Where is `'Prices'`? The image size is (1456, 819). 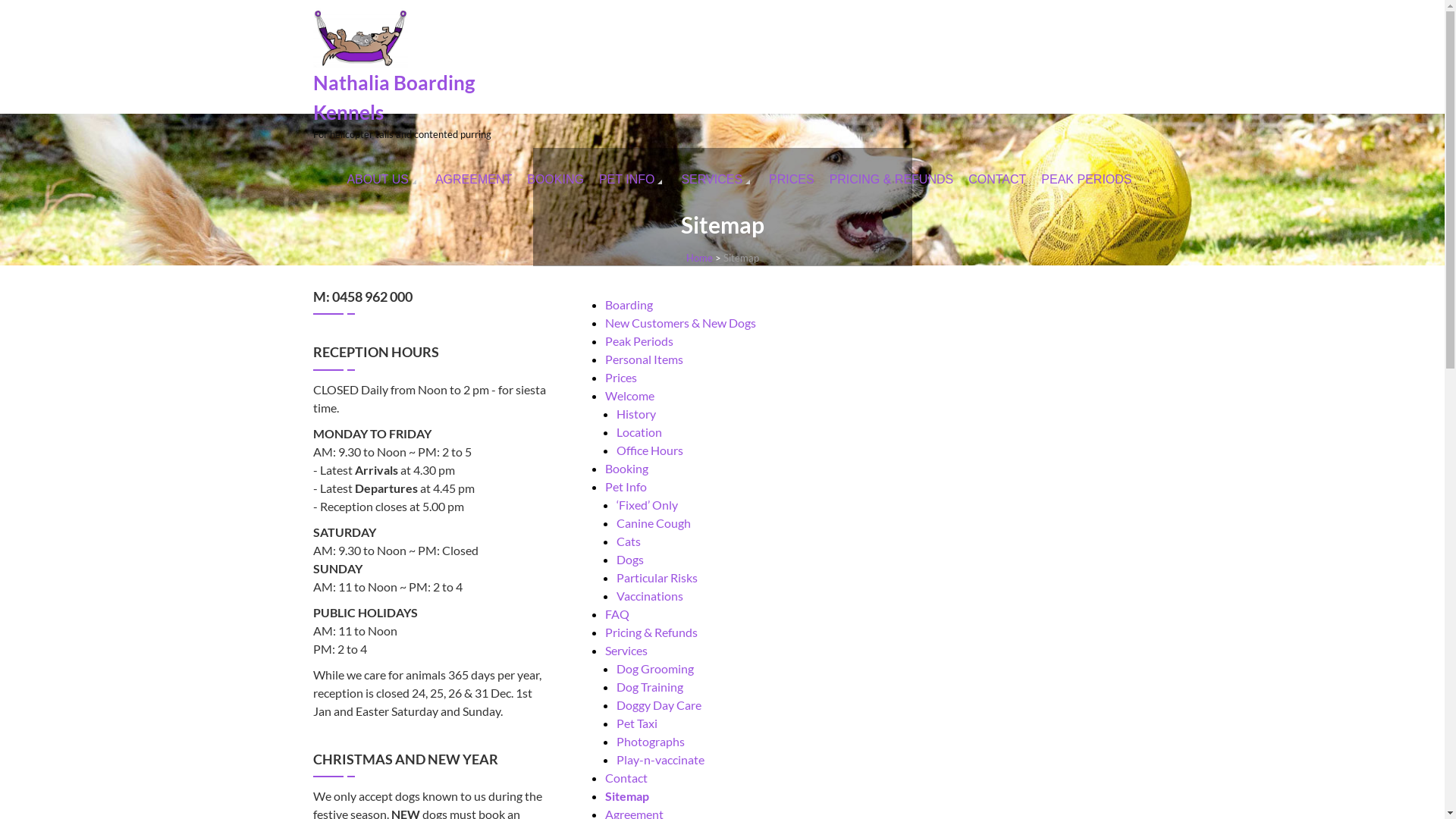 'Prices' is located at coordinates (621, 376).